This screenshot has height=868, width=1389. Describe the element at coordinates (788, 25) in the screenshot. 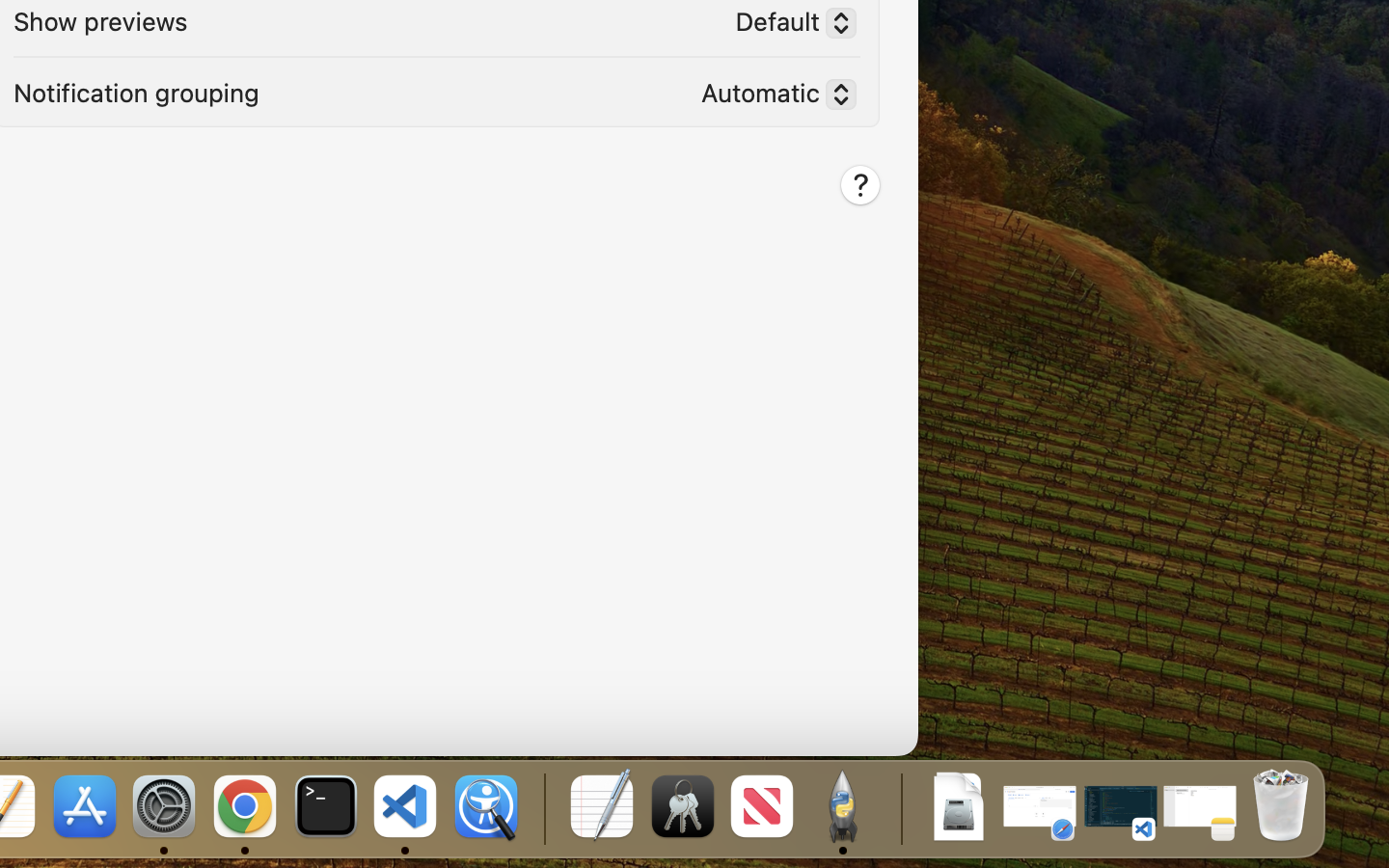

I see `'Default'` at that location.